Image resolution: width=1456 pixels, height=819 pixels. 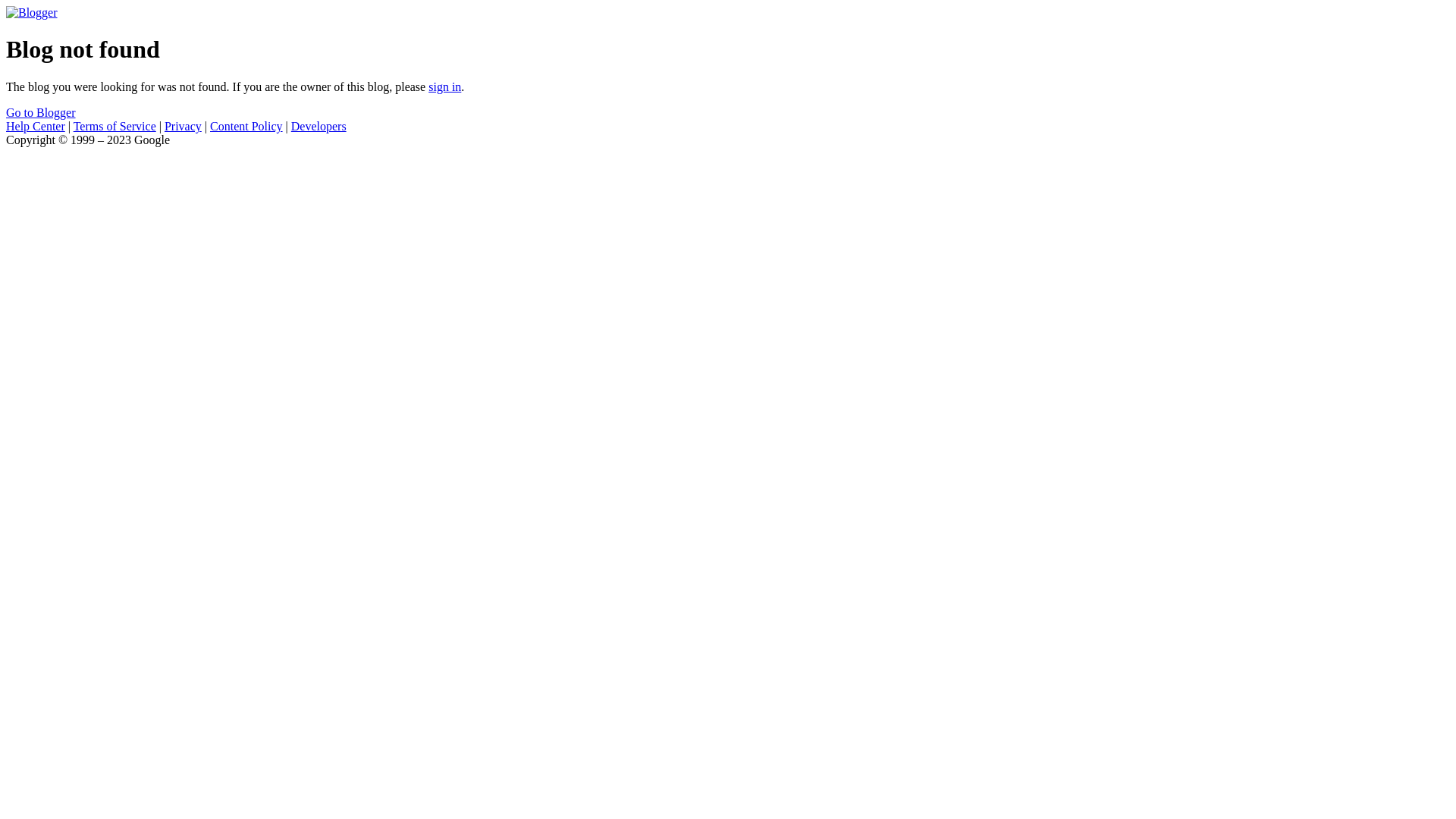 I want to click on 'Go to Blogger', so click(x=40, y=111).